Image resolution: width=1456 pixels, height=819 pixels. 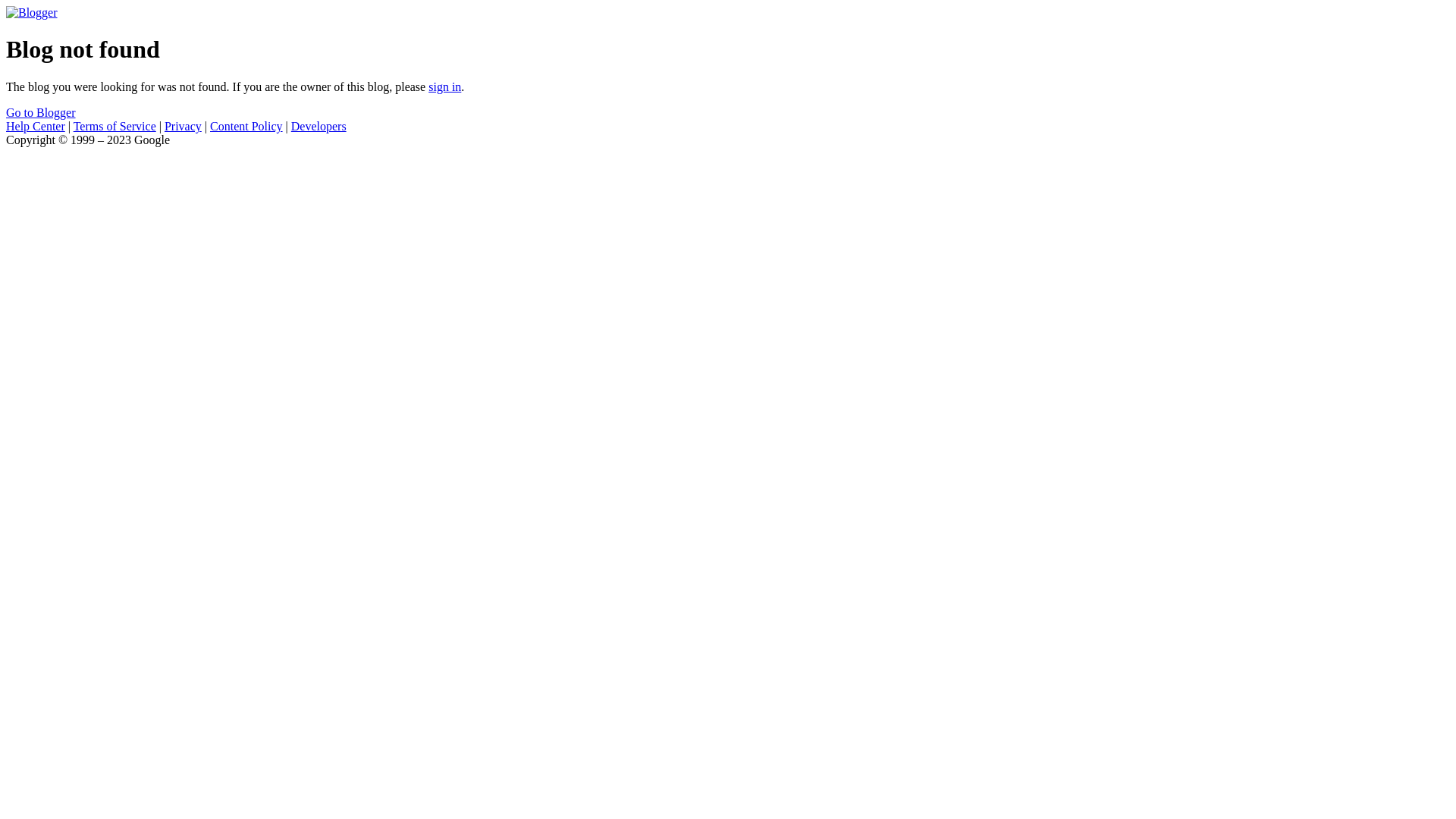 I want to click on 'Go to Blogger', so click(x=40, y=111).